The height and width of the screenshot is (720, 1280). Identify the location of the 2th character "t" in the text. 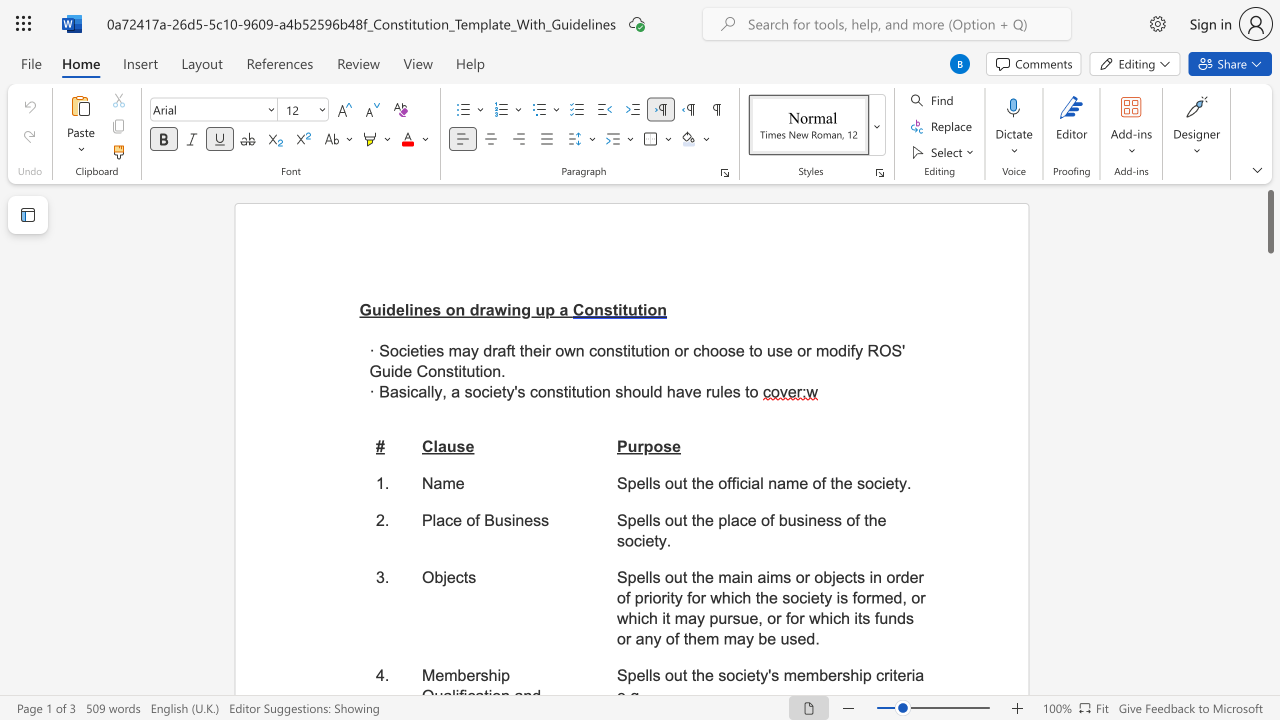
(463, 371).